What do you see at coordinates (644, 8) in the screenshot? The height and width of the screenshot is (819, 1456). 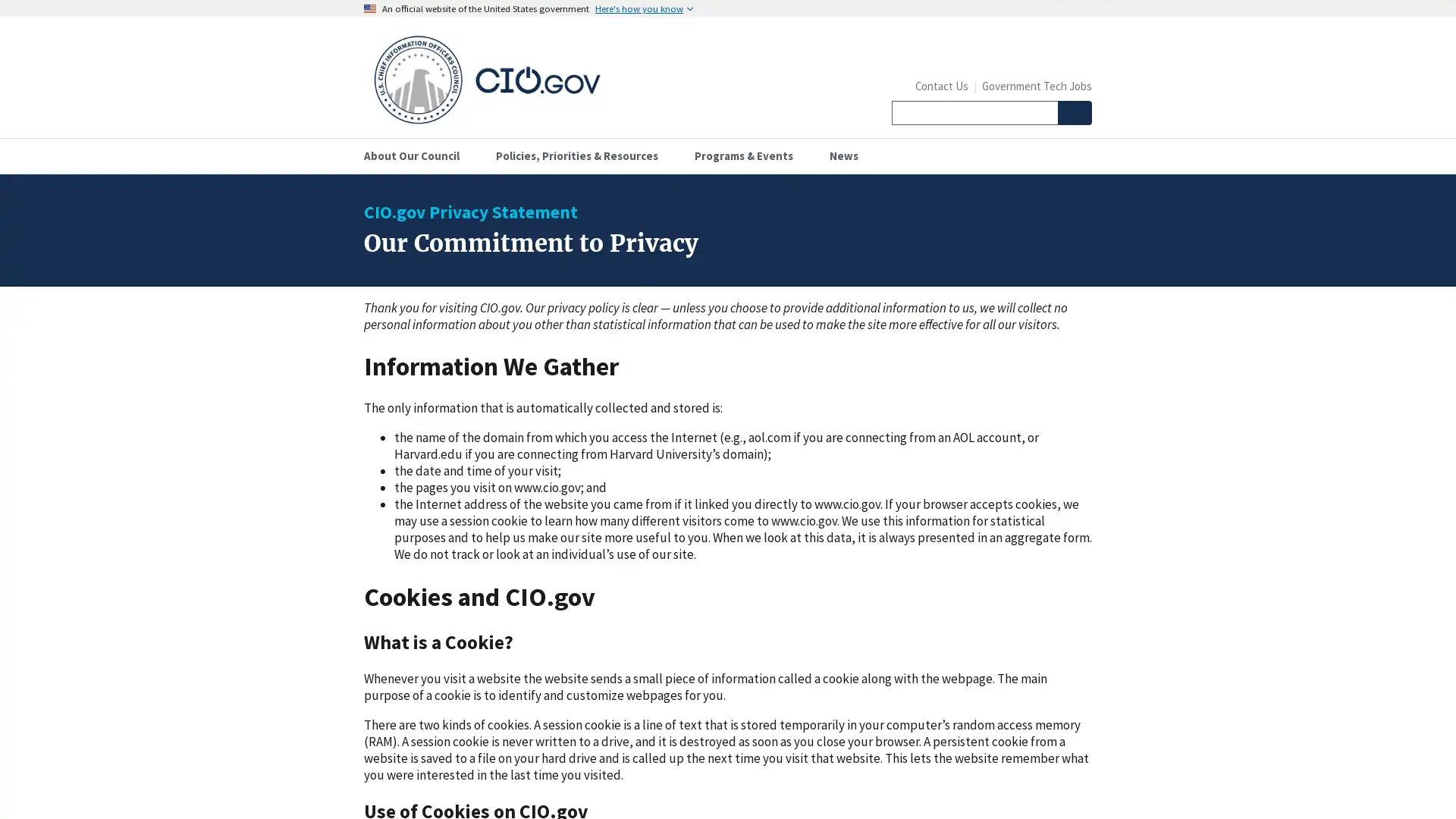 I see `Here's how you know` at bounding box center [644, 8].